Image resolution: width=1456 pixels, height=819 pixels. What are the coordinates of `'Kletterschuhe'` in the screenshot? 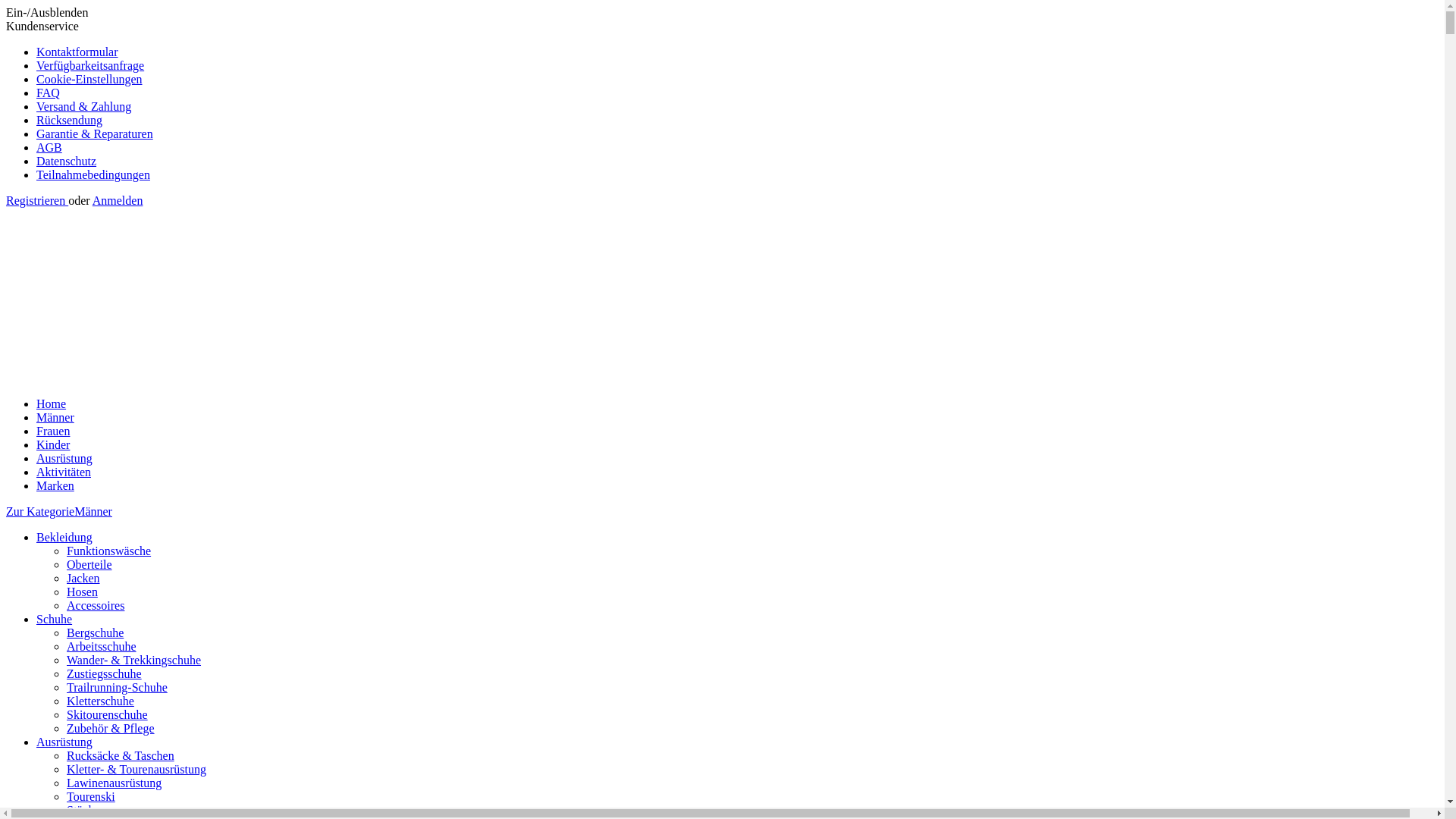 It's located at (99, 701).